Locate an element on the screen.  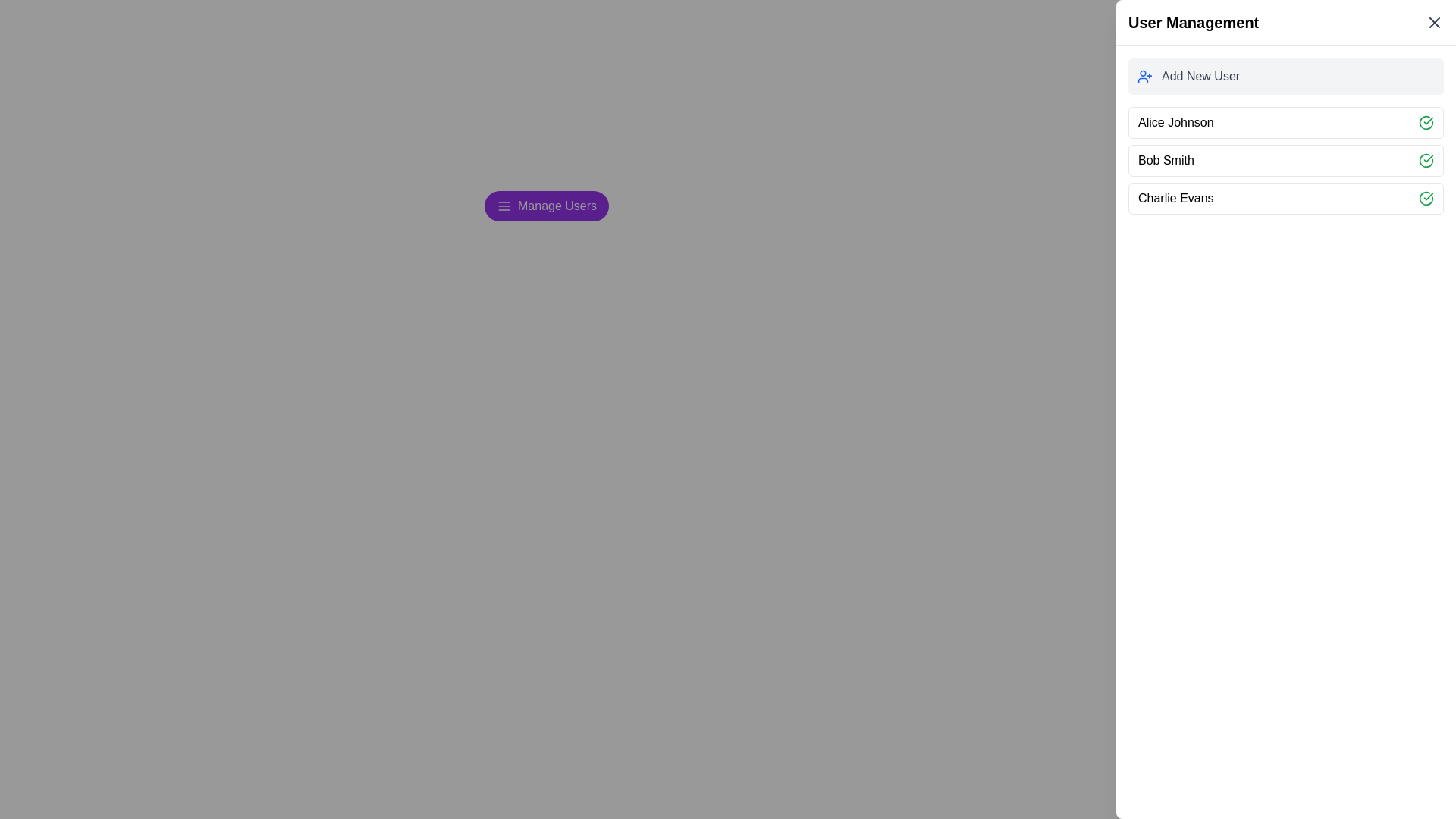
the close button located in the top-right corner of the User Management panel header, next to the title 'User Management', to trigger a hover effect is located at coordinates (1433, 23).